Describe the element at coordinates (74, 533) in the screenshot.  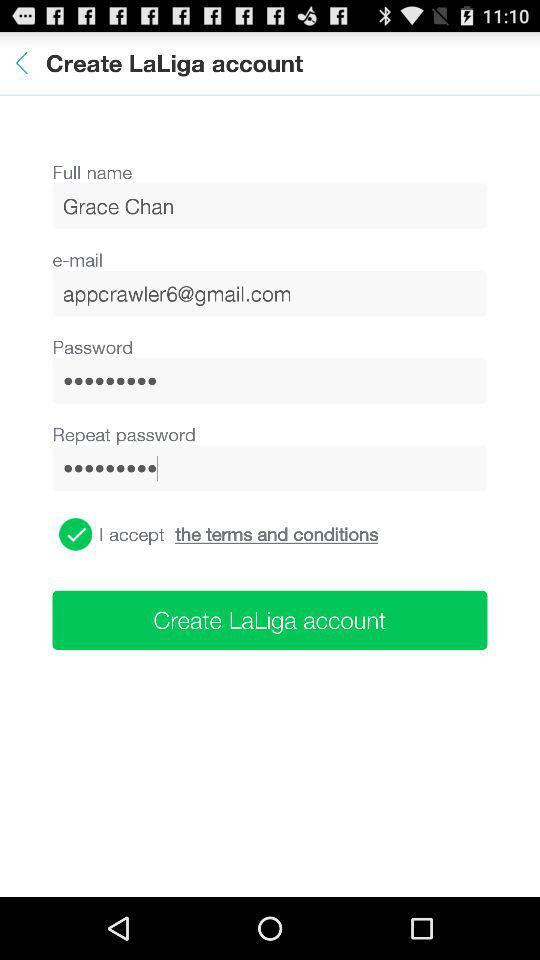
I see `the item below the crowd3116` at that location.